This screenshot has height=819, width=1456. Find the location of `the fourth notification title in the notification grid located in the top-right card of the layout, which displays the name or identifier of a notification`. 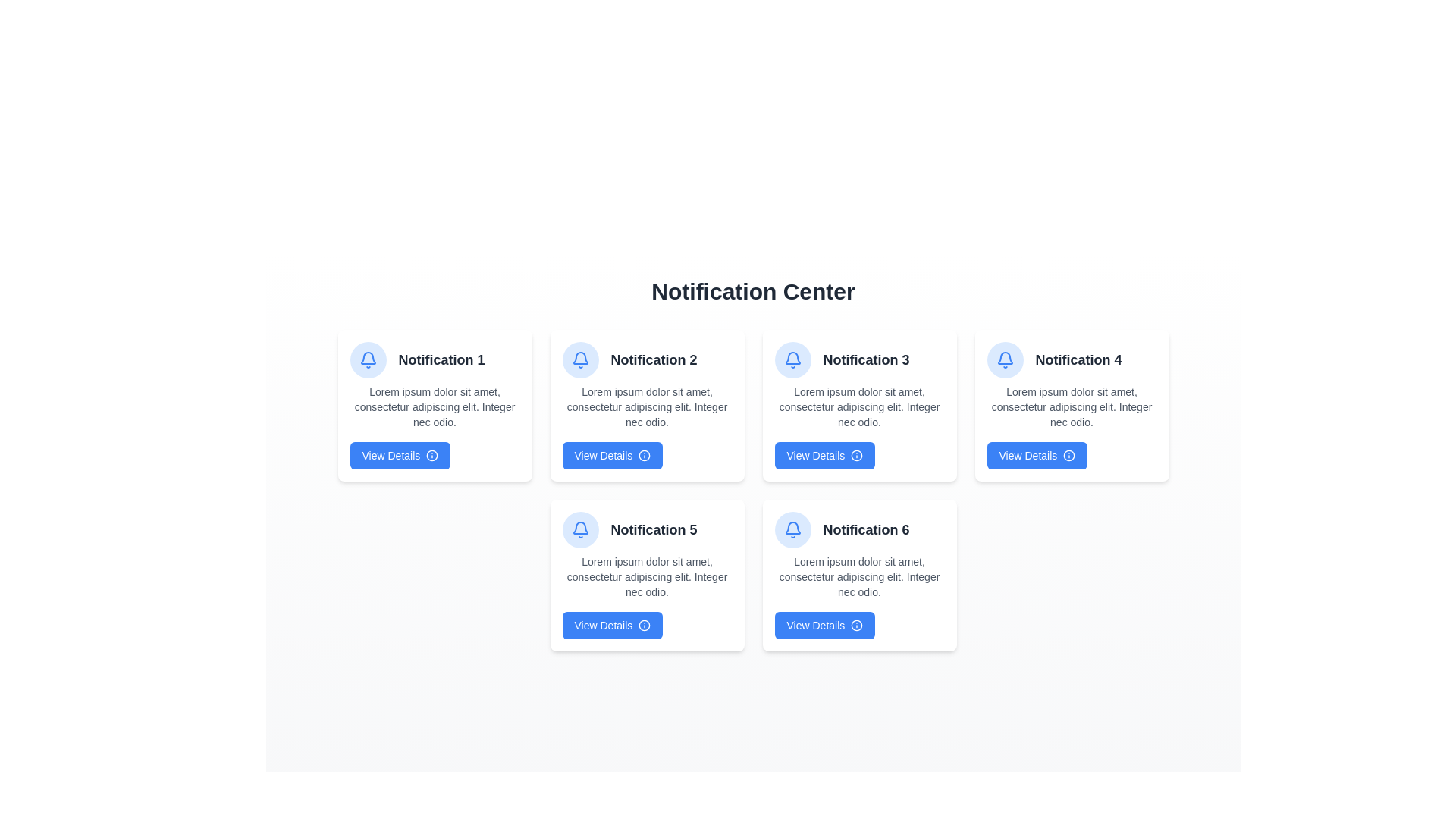

the fourth notification title in the notification grid located in the top-right card of the layout, which displays the name or identifier of a notification is located at coordinates (1078, 359).